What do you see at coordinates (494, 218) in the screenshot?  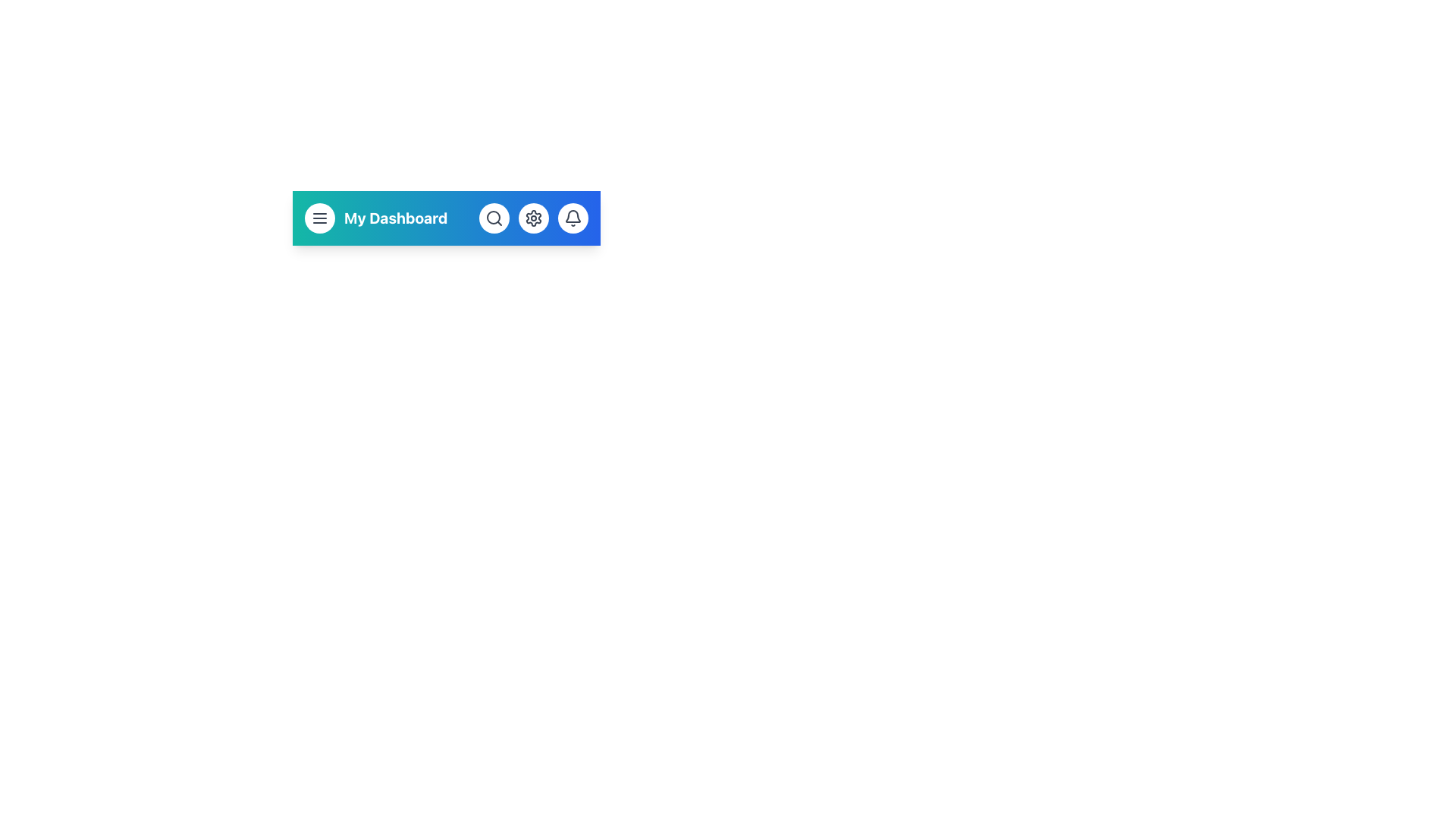 I see `the magnifying glass icon button, which is the second from the left in a horizontal row of four icons in the navigation bar` at bounding box center [494, 218].